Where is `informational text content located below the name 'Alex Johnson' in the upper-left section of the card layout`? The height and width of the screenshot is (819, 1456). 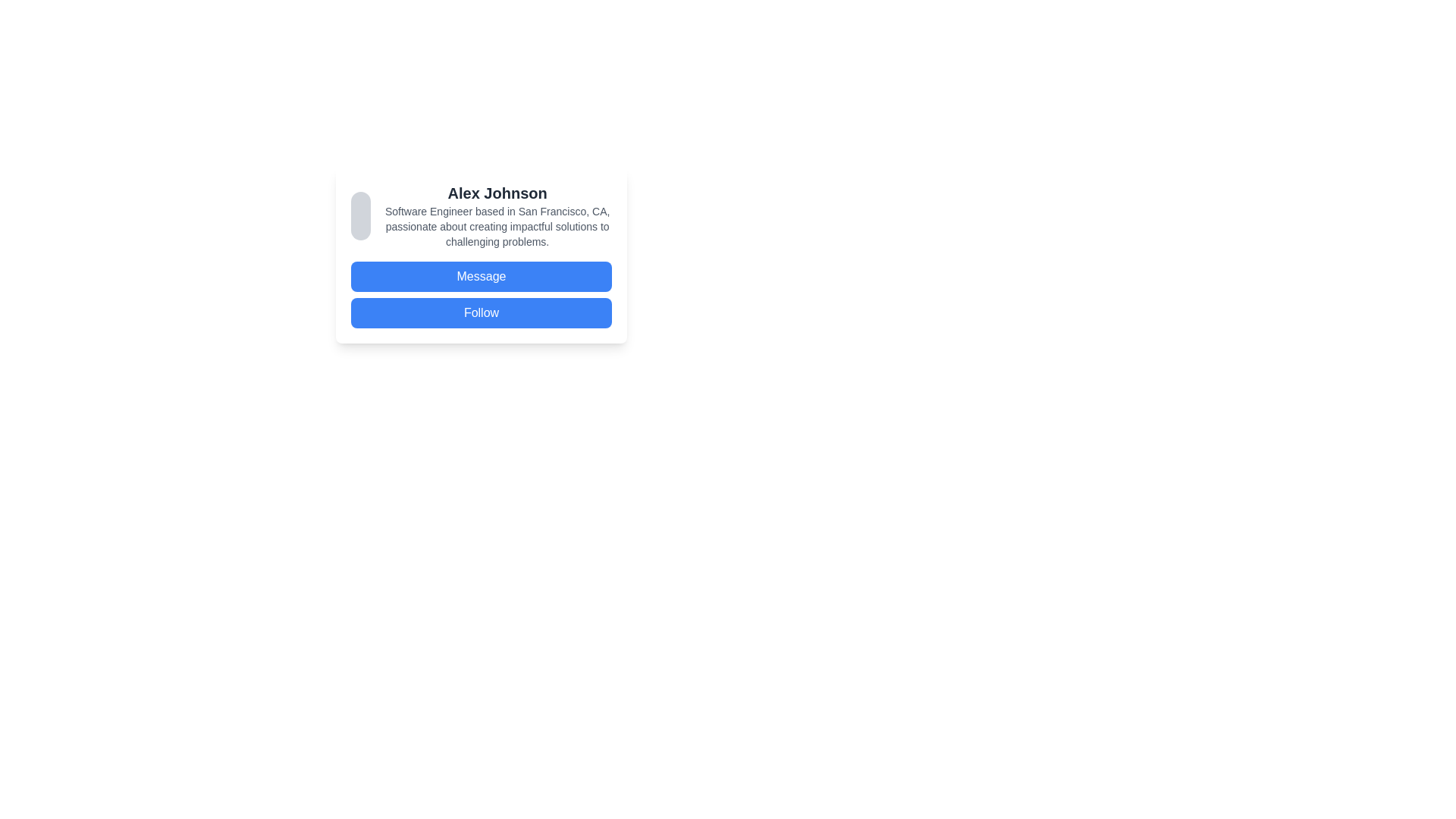
informational text content located below the name 'Alex Johnson' in the upper-left section of the card layout is located at coordinates (497, 227).